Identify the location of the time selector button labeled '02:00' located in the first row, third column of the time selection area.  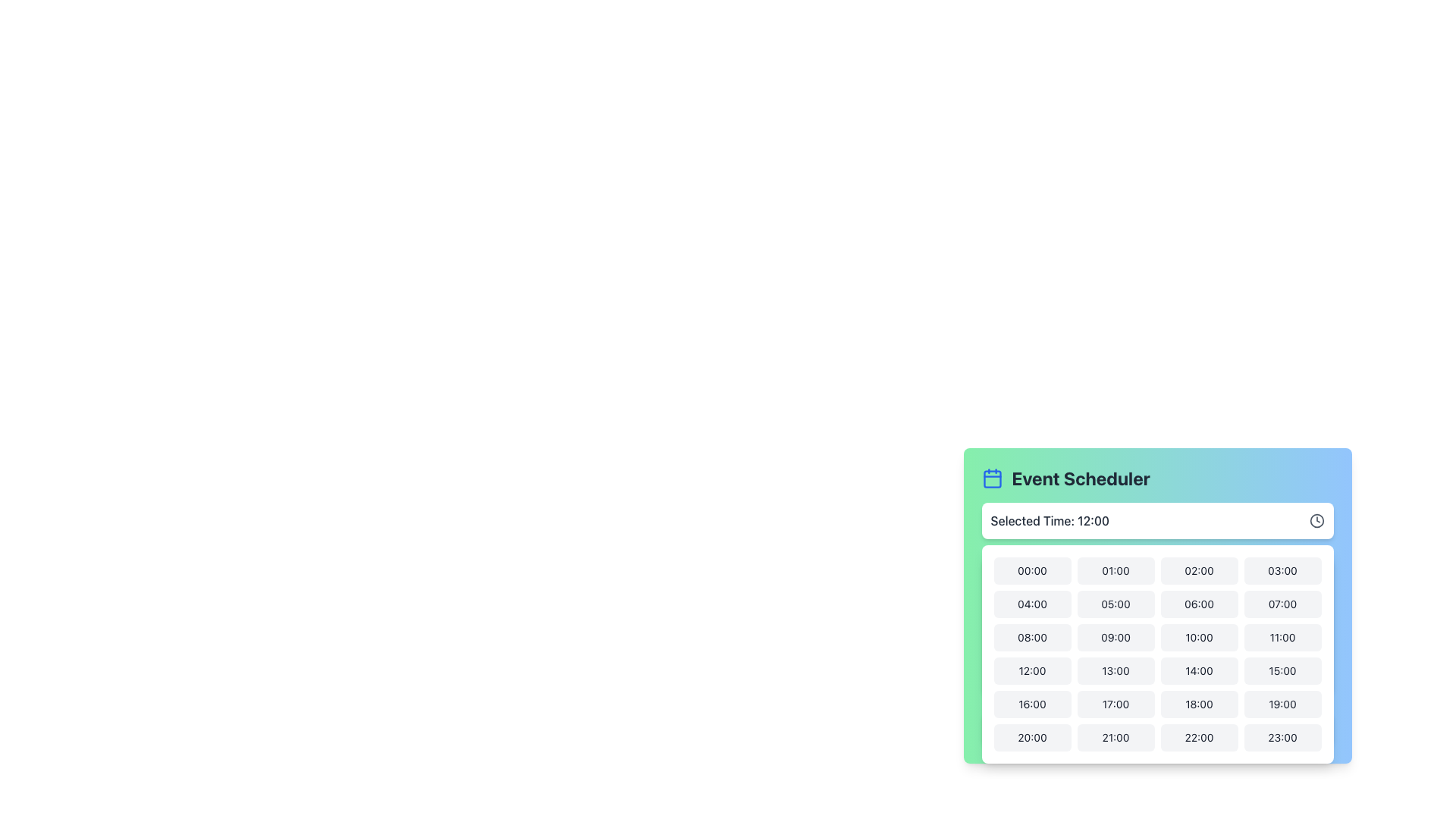
(1198, 570).